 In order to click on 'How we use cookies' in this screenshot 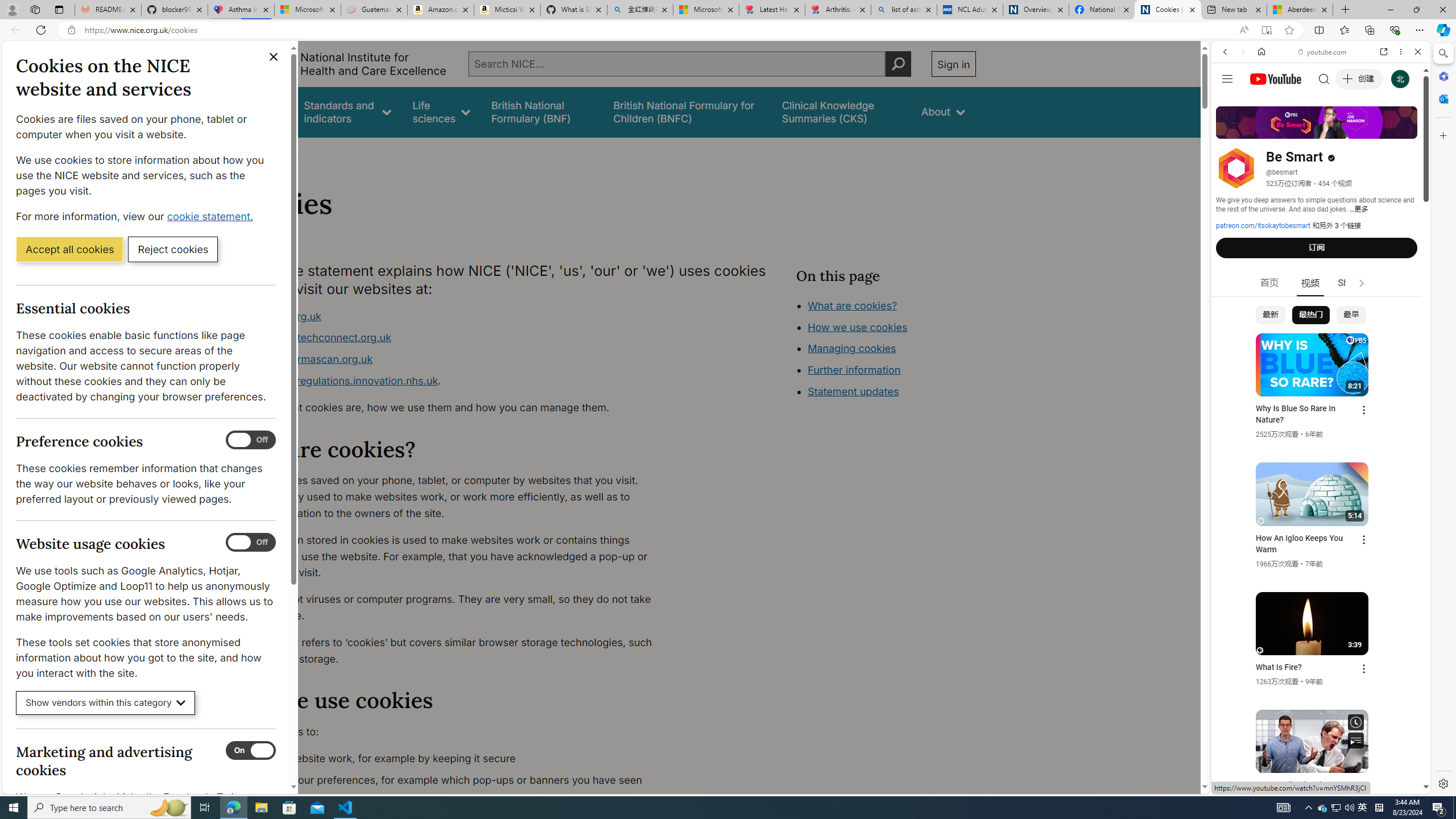, I will do `click(857, 326)`.